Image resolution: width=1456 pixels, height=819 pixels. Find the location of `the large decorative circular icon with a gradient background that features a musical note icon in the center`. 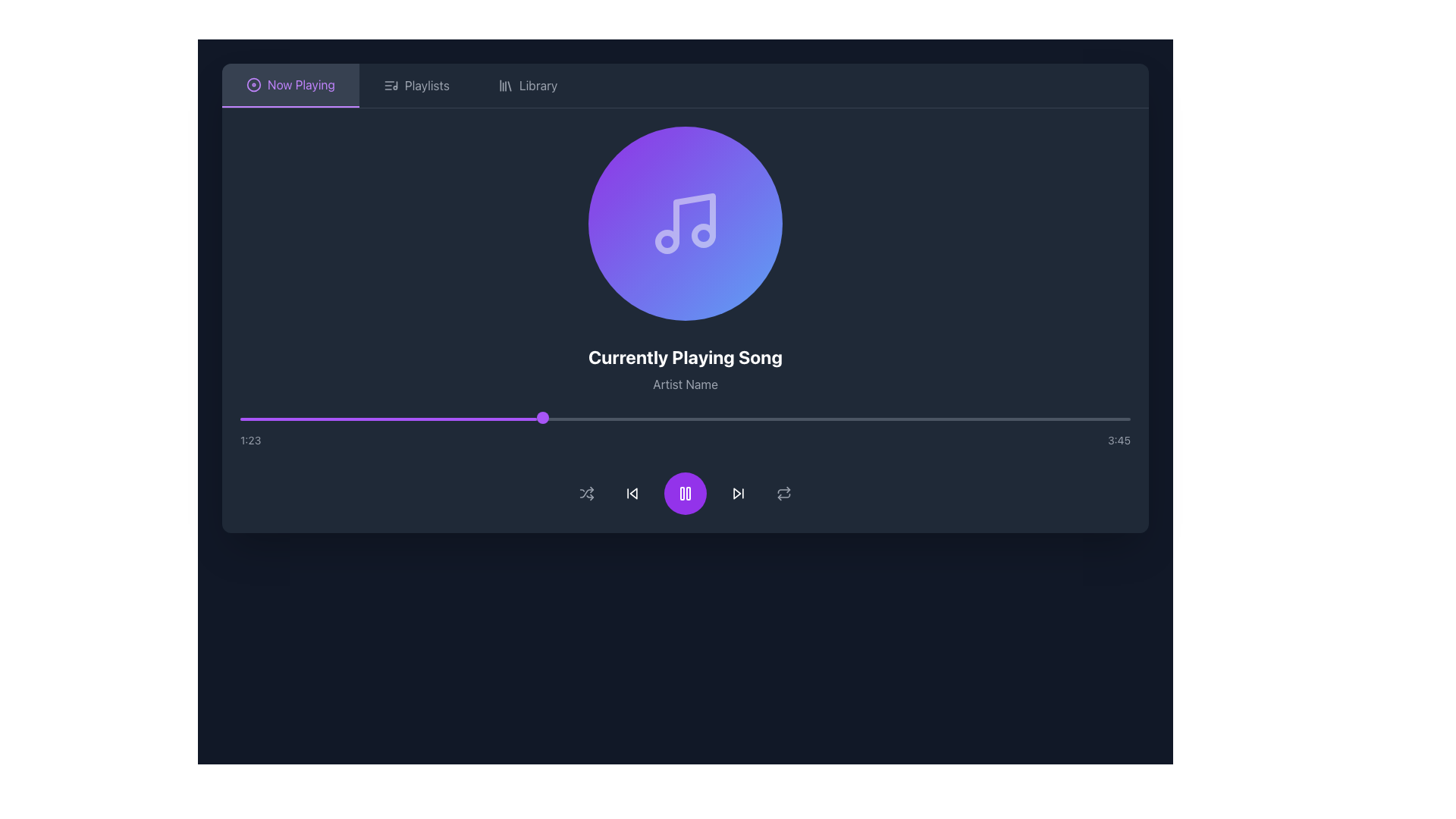

the large decorative circular icon with a gradient background that features a musical note icon in the center is located at coordinates (684, 223).